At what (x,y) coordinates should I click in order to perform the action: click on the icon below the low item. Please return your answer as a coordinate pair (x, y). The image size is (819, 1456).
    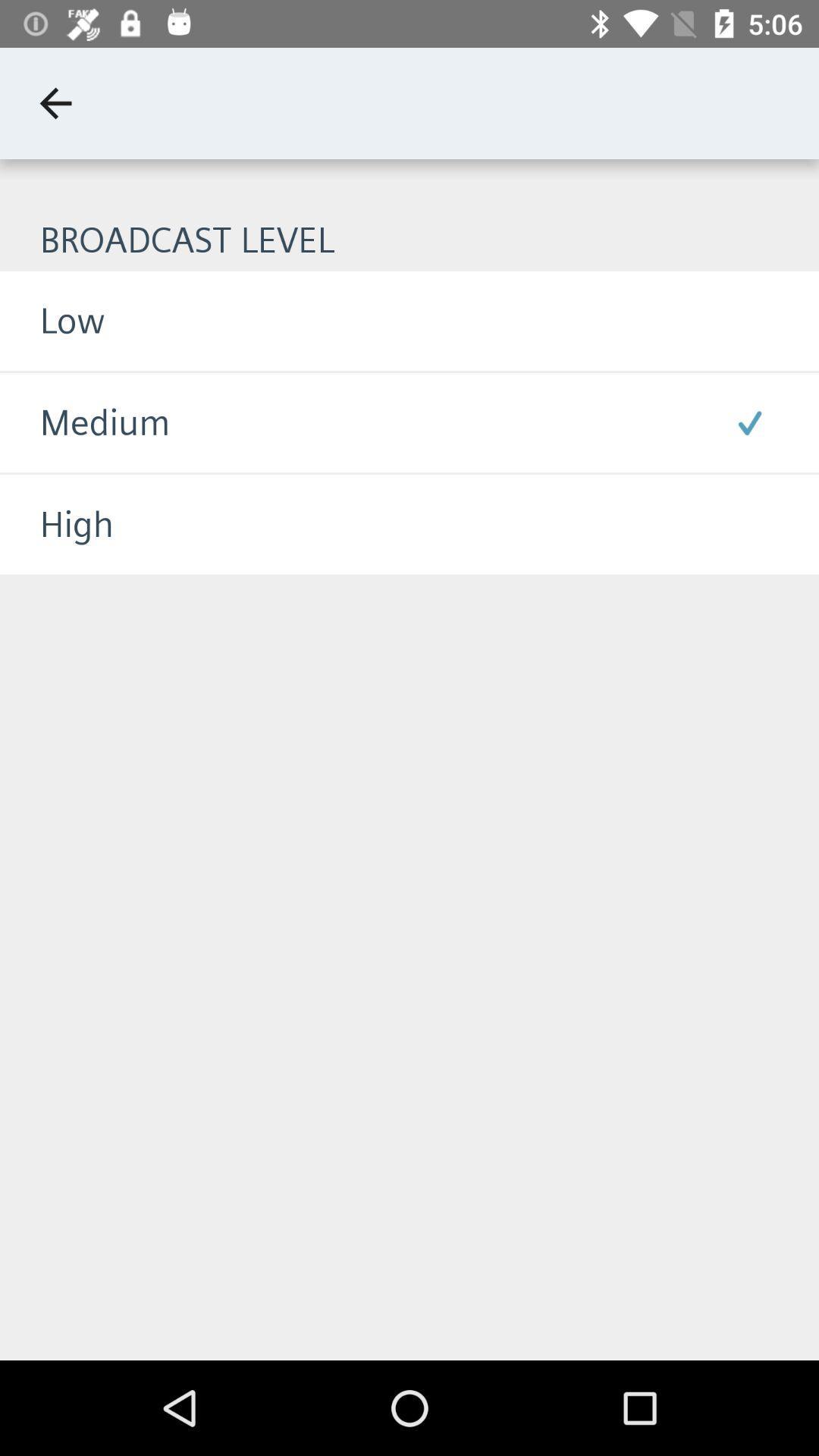
    Looking at the image, I should click on (85, 422).